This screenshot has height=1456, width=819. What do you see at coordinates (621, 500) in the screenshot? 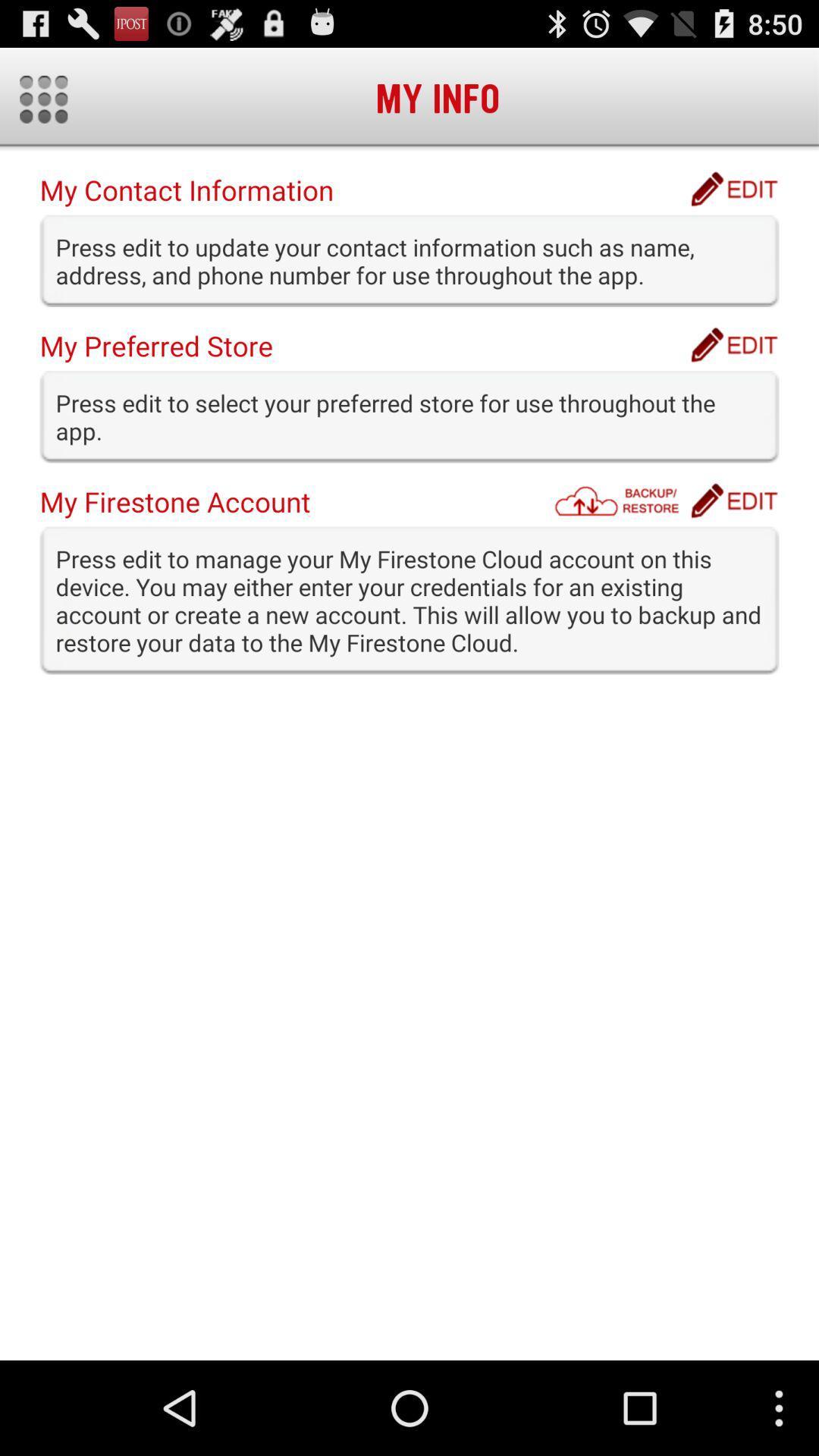
I see `the item below press edit to item` at bounding box center [621, 500].